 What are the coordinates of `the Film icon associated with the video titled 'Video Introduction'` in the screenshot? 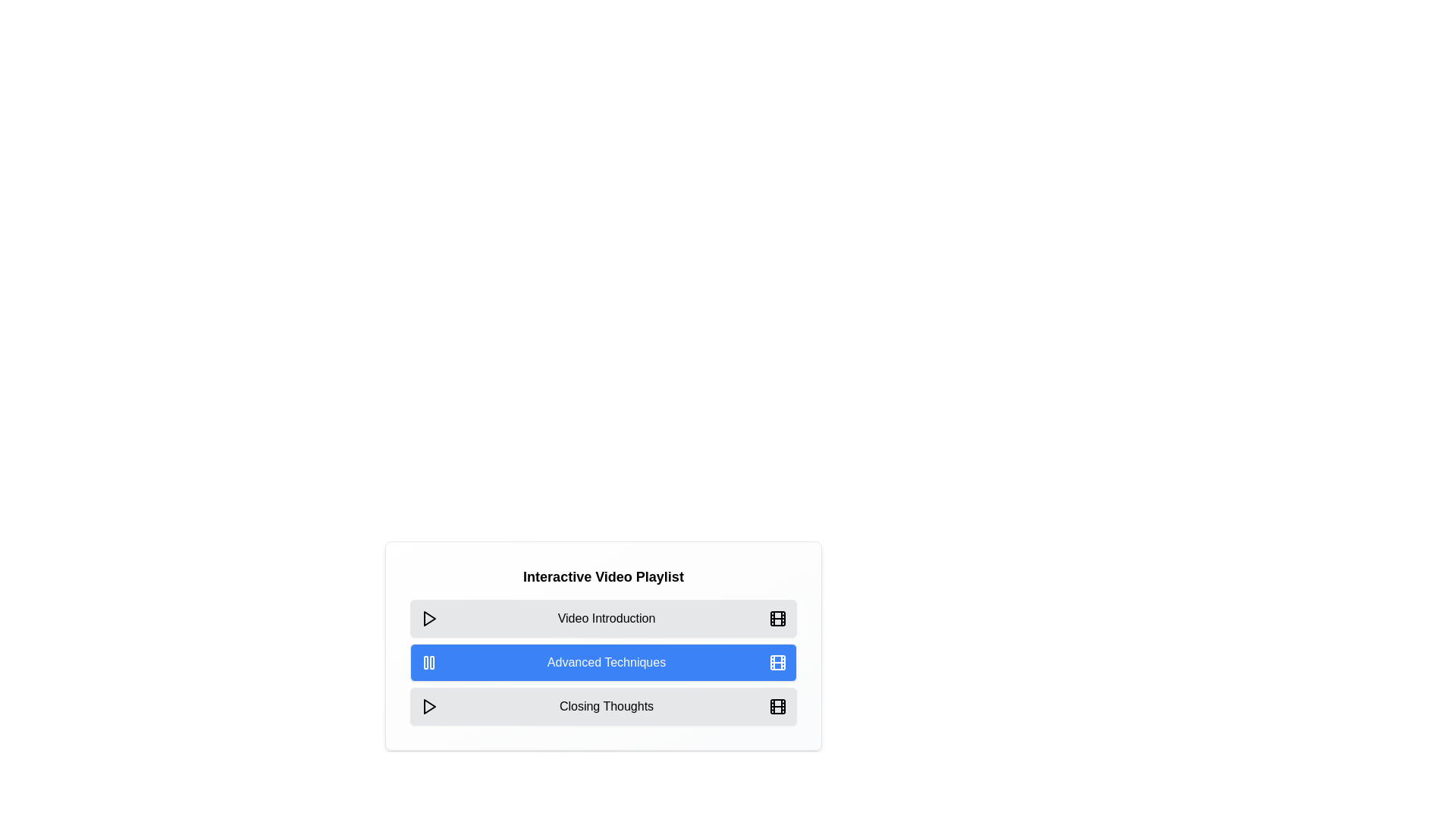 It's located at (778, 619).